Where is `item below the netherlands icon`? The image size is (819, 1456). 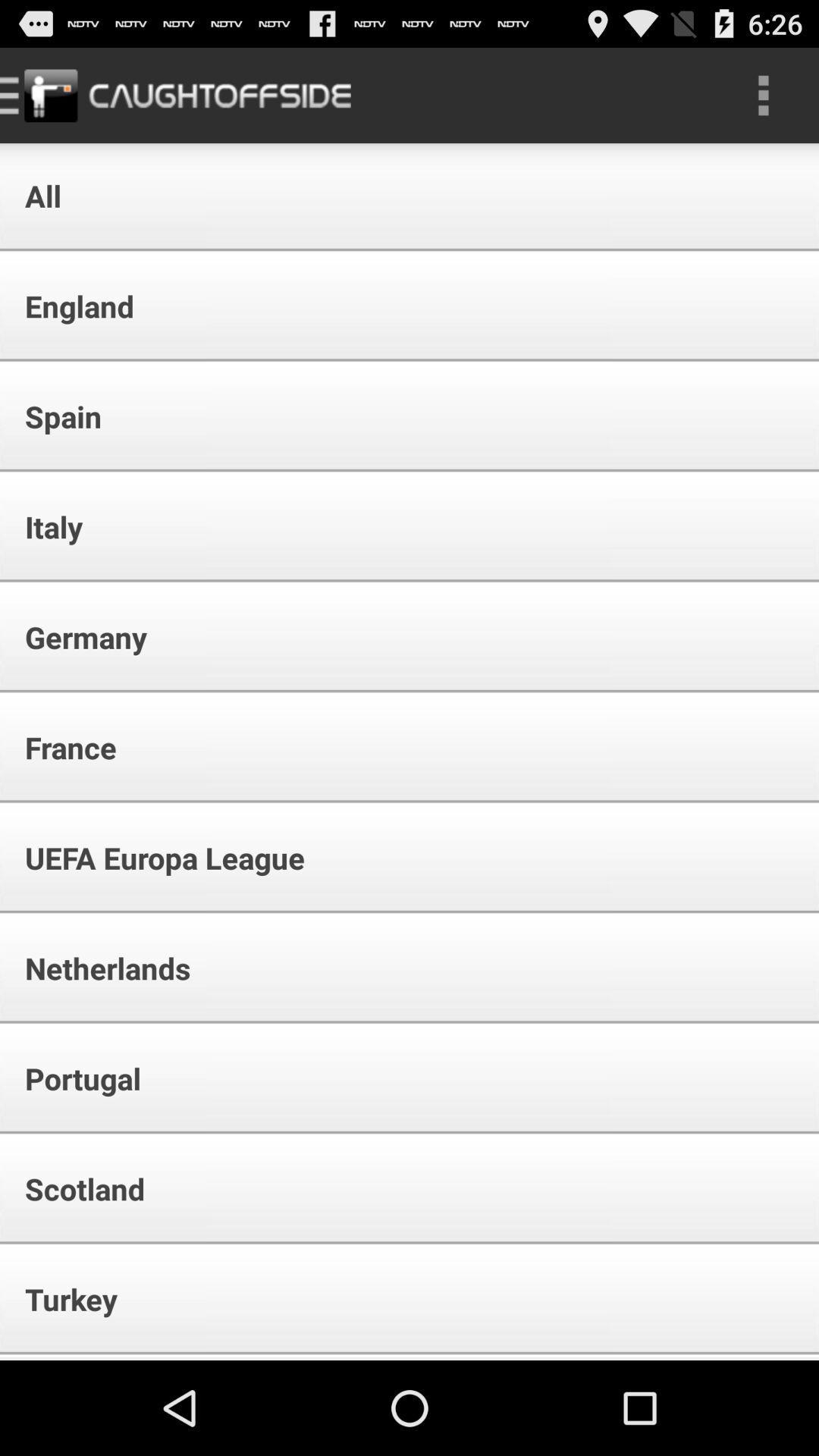
item below the netherlands icon is located at coordinates (73, 1078).